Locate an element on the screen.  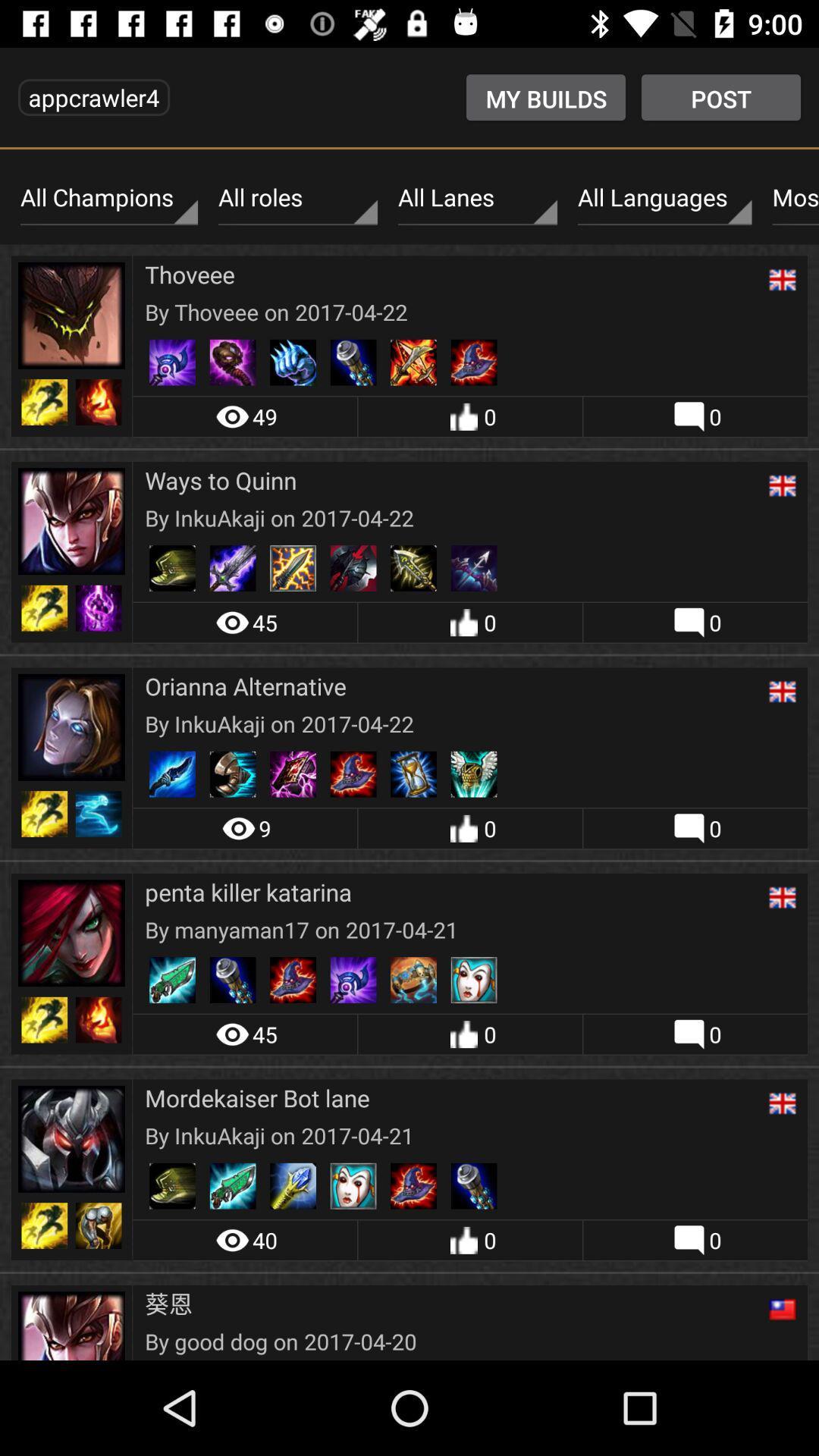
the icon next to the all champions icon is located at coordinates (298, 197).